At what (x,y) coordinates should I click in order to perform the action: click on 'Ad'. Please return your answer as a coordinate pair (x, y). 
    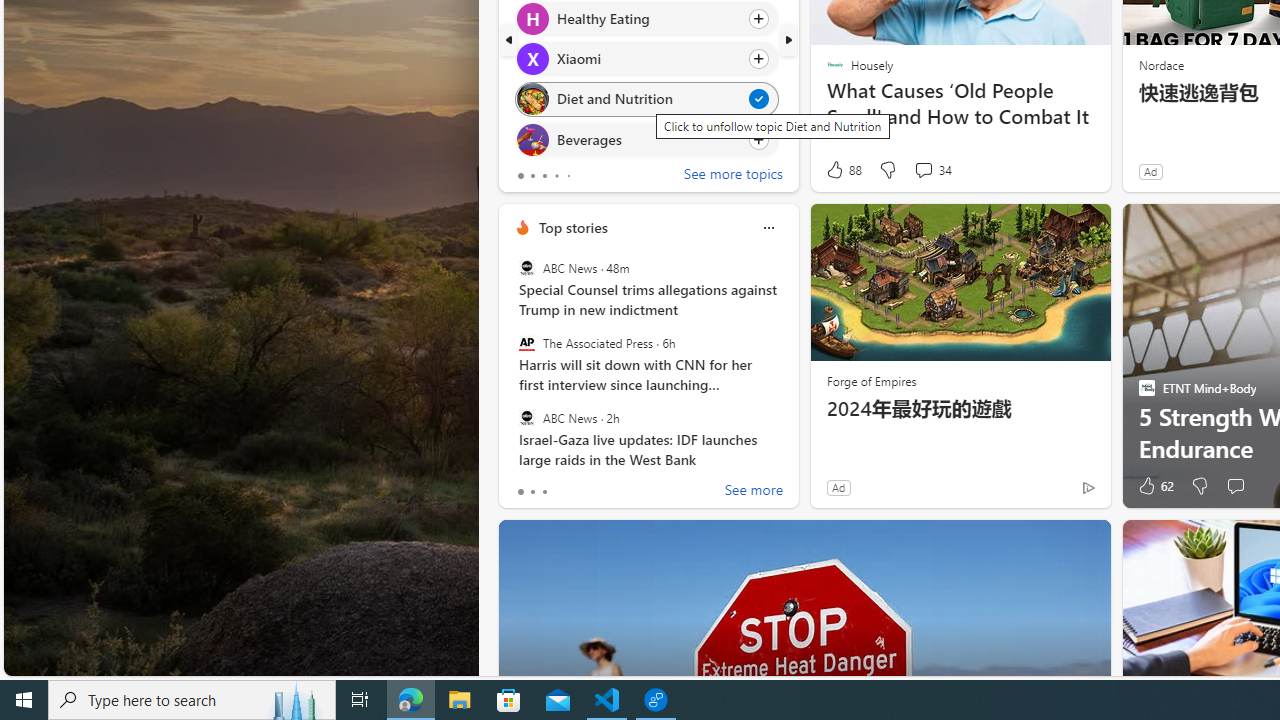
    Looking at the image, I should click on (838, 487).